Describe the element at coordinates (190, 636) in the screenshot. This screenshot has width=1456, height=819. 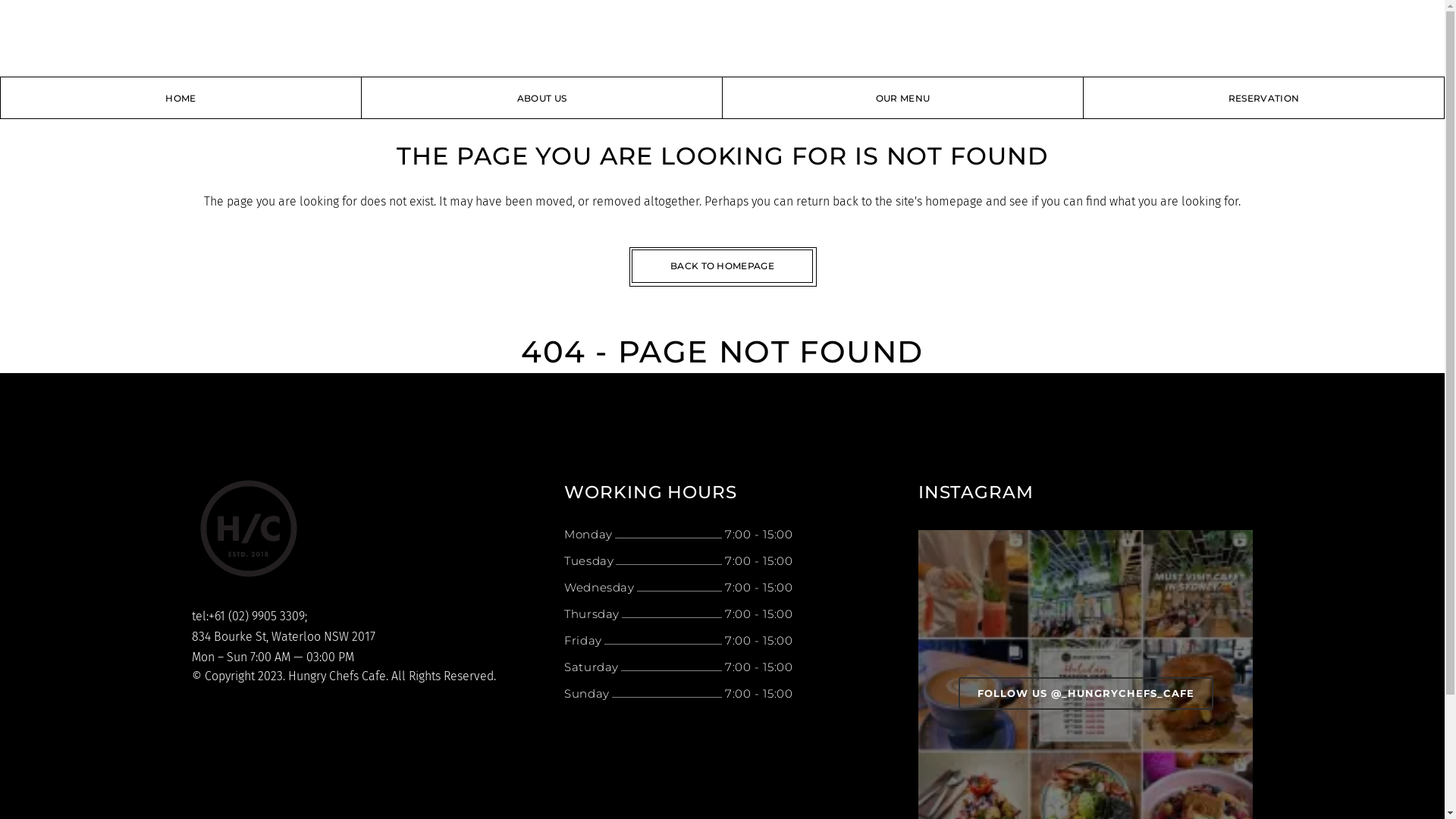
I see `'834 Bourke St, Waterloo NSW 2017'` at that location.